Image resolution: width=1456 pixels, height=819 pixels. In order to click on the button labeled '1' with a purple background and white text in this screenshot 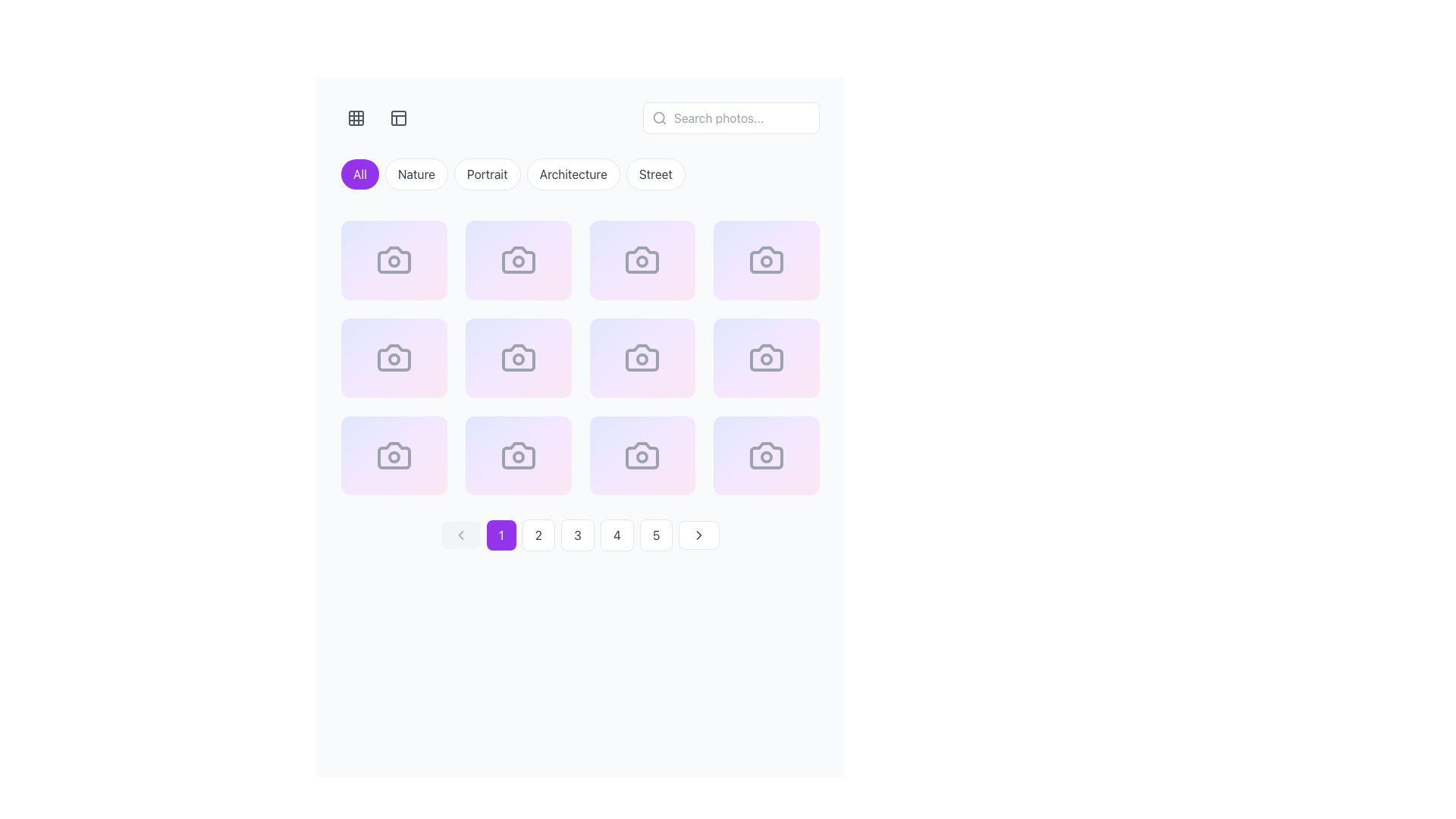, I will do `click(501, 535)`.